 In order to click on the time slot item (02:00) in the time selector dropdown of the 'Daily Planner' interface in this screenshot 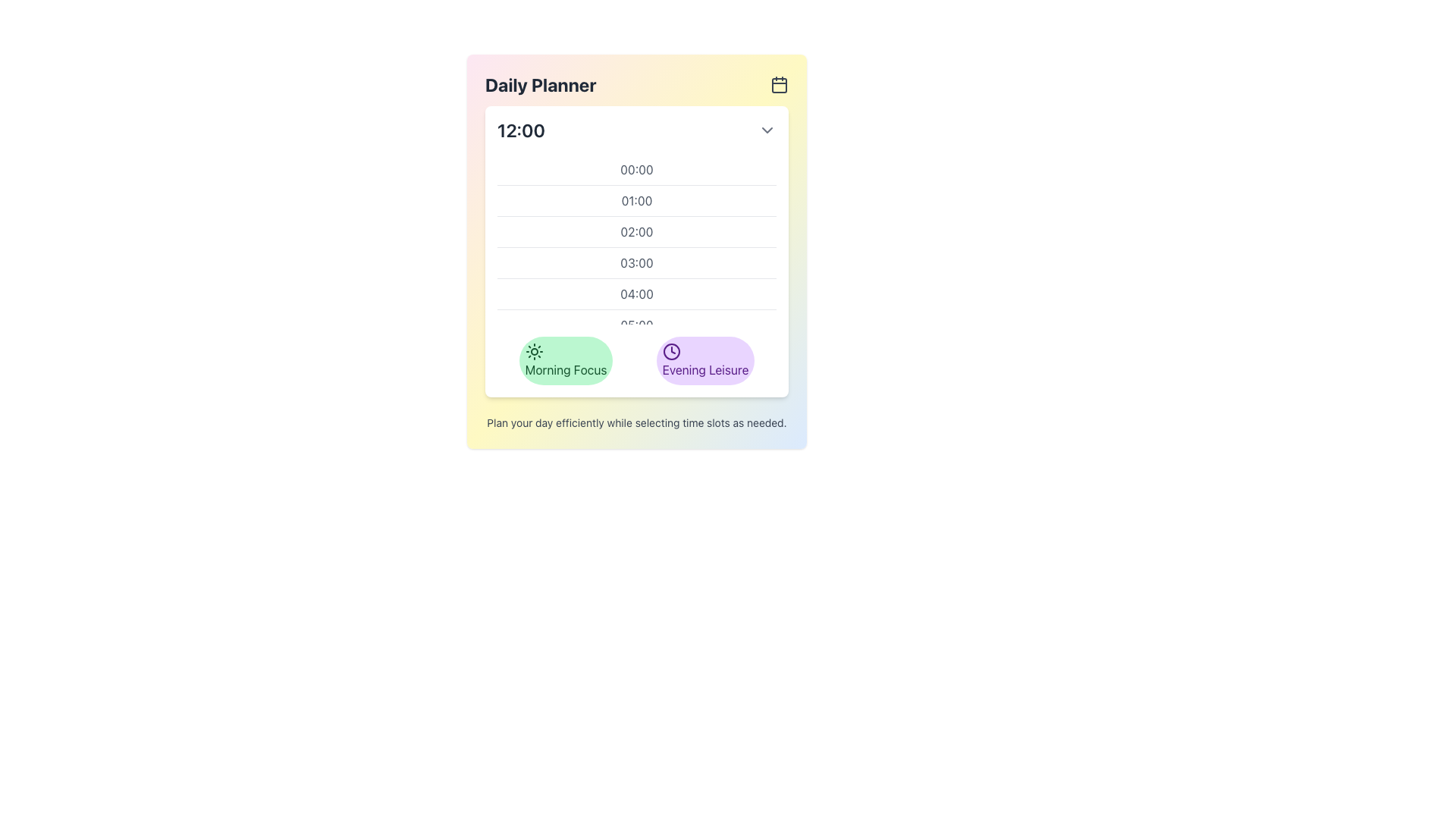, I will do `click(637, 239)`.